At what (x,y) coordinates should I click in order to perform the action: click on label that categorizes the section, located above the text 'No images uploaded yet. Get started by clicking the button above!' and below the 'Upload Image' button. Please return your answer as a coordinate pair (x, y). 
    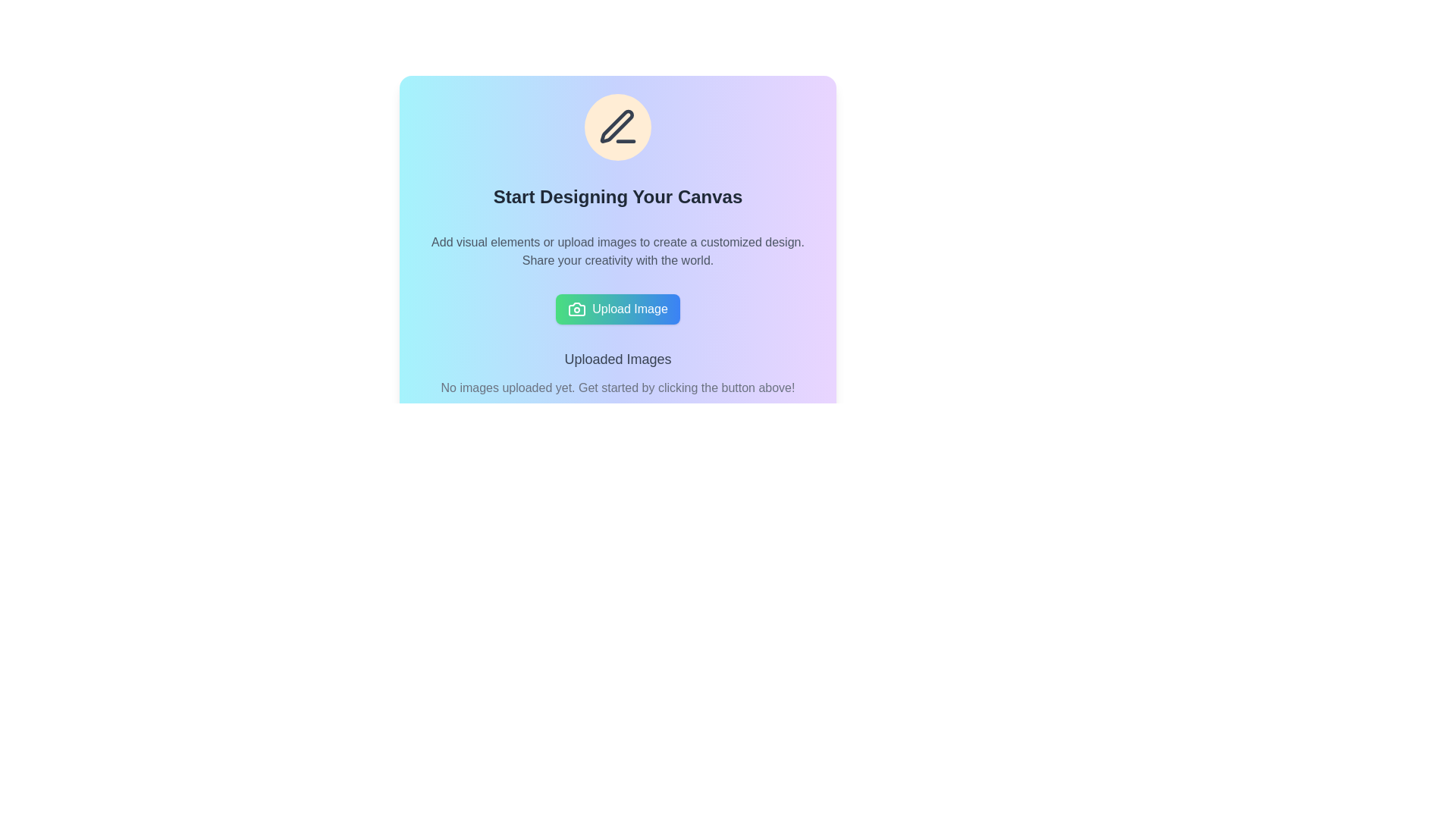
    Looking at the image, I should click on (618, 359).